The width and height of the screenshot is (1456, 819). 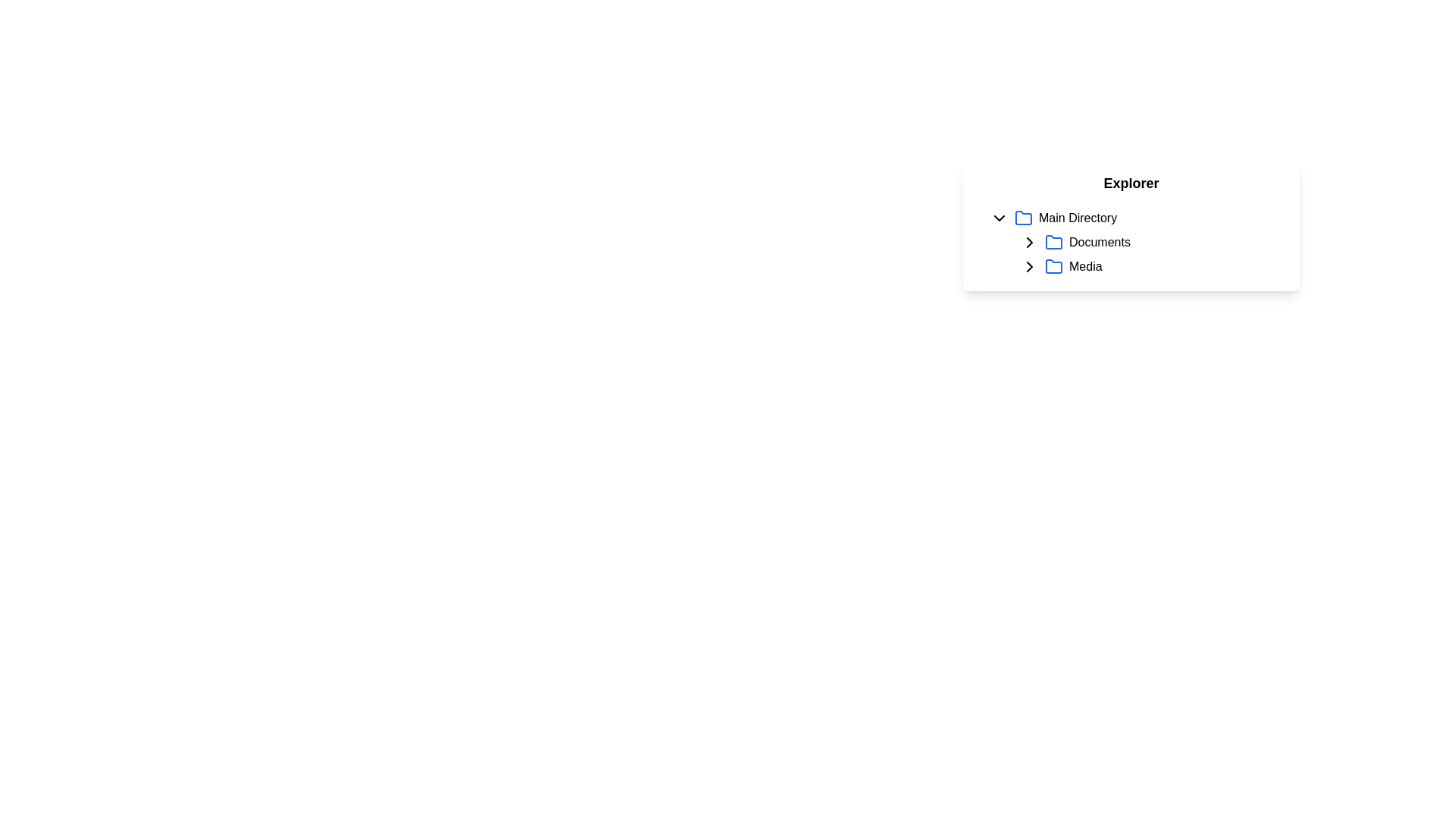 What do you see at coordinates (1030, 242) in the screenshot?
I see `the chevron icon indicating the expandable or collapsible section in the Explorer list next to the 'Documents' folder` at bounding box center [1030, 242].